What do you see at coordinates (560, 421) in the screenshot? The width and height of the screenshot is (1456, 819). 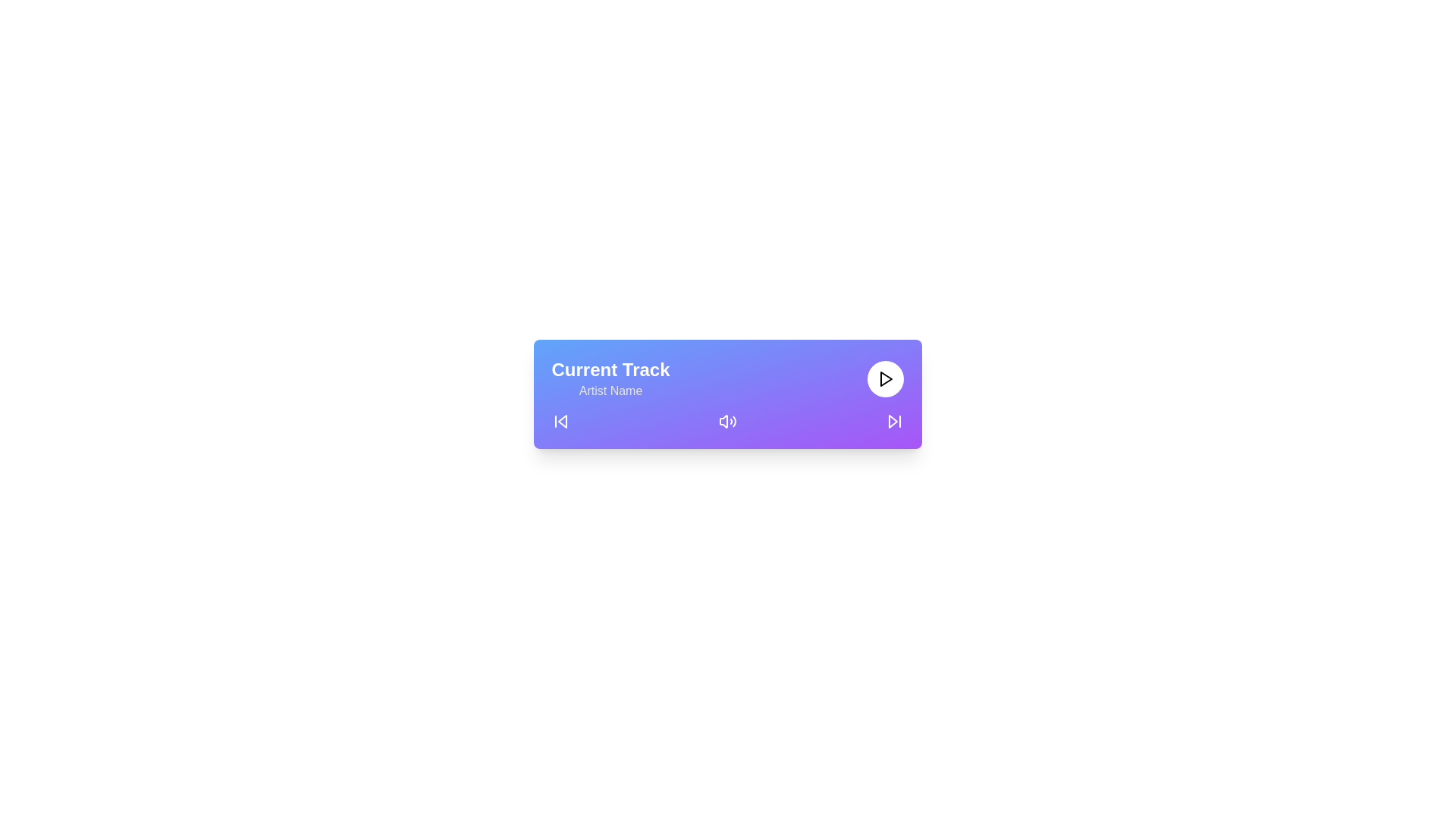 I see `the backward skip button positioned on the far left of the horizontal layout to possibly see a tooltip or highlight effect` at bounding box center [560, 421].